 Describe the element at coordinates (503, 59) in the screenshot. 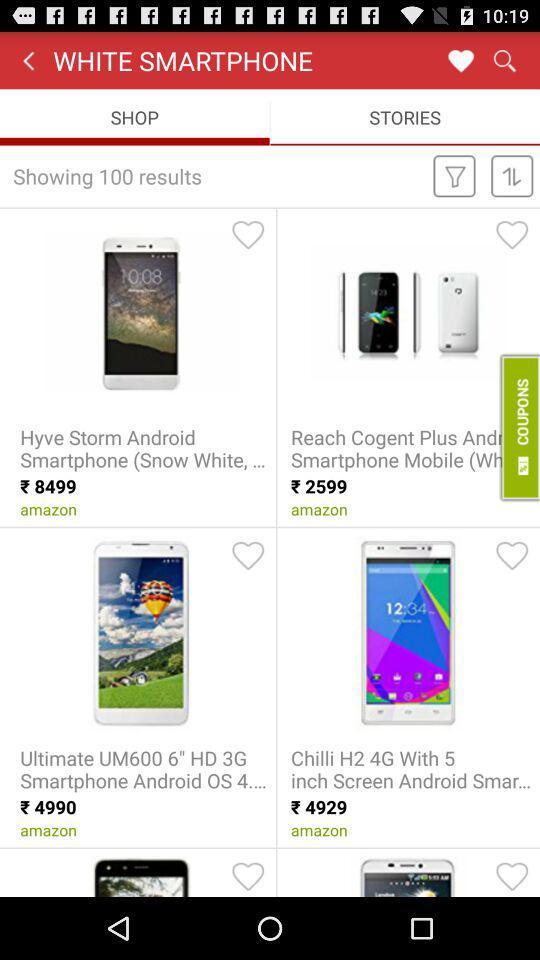

I see `open search box` at that location.